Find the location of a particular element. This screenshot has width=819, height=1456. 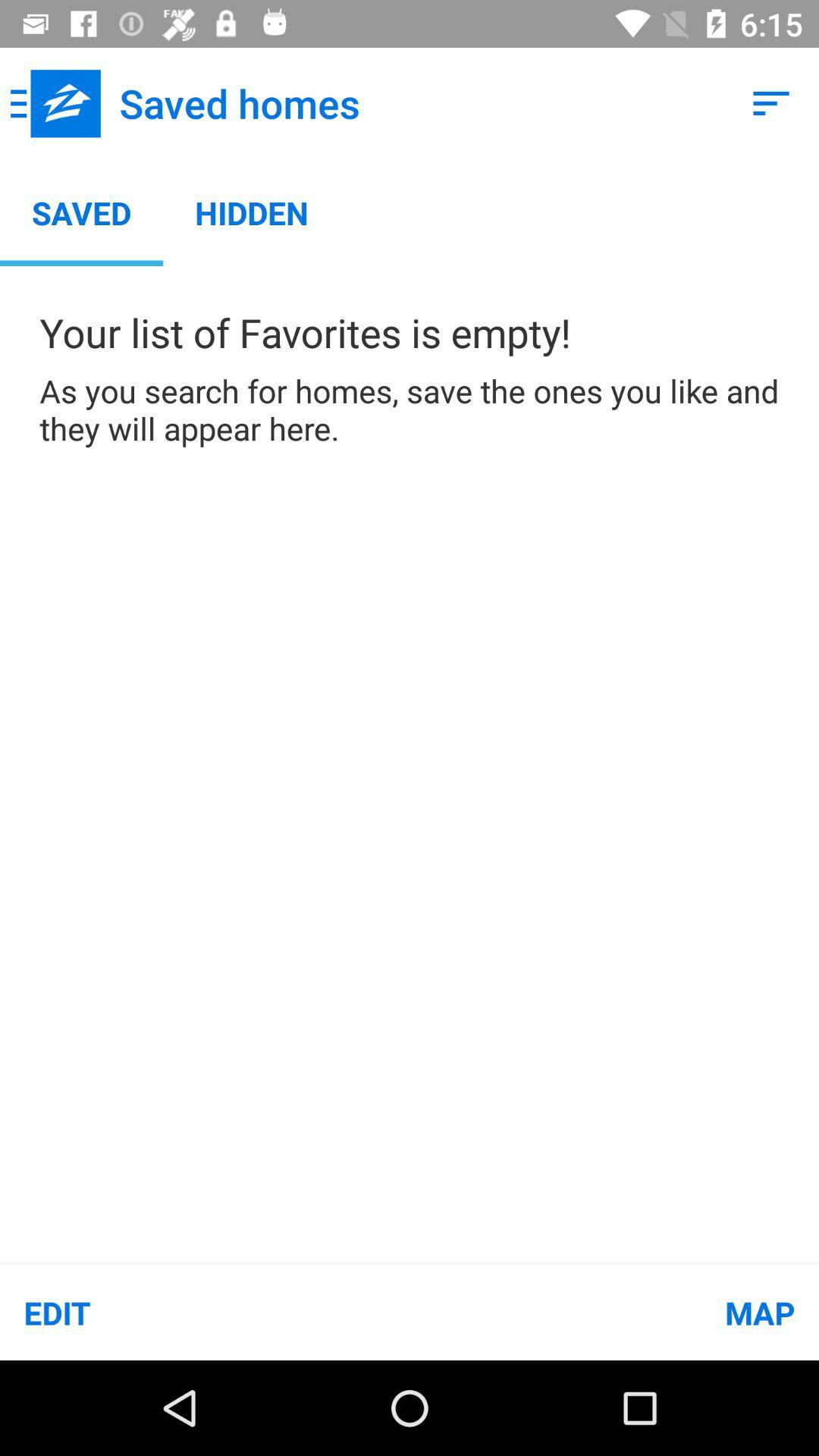

icon next to saved homes item is located at coordinates (771, 102).